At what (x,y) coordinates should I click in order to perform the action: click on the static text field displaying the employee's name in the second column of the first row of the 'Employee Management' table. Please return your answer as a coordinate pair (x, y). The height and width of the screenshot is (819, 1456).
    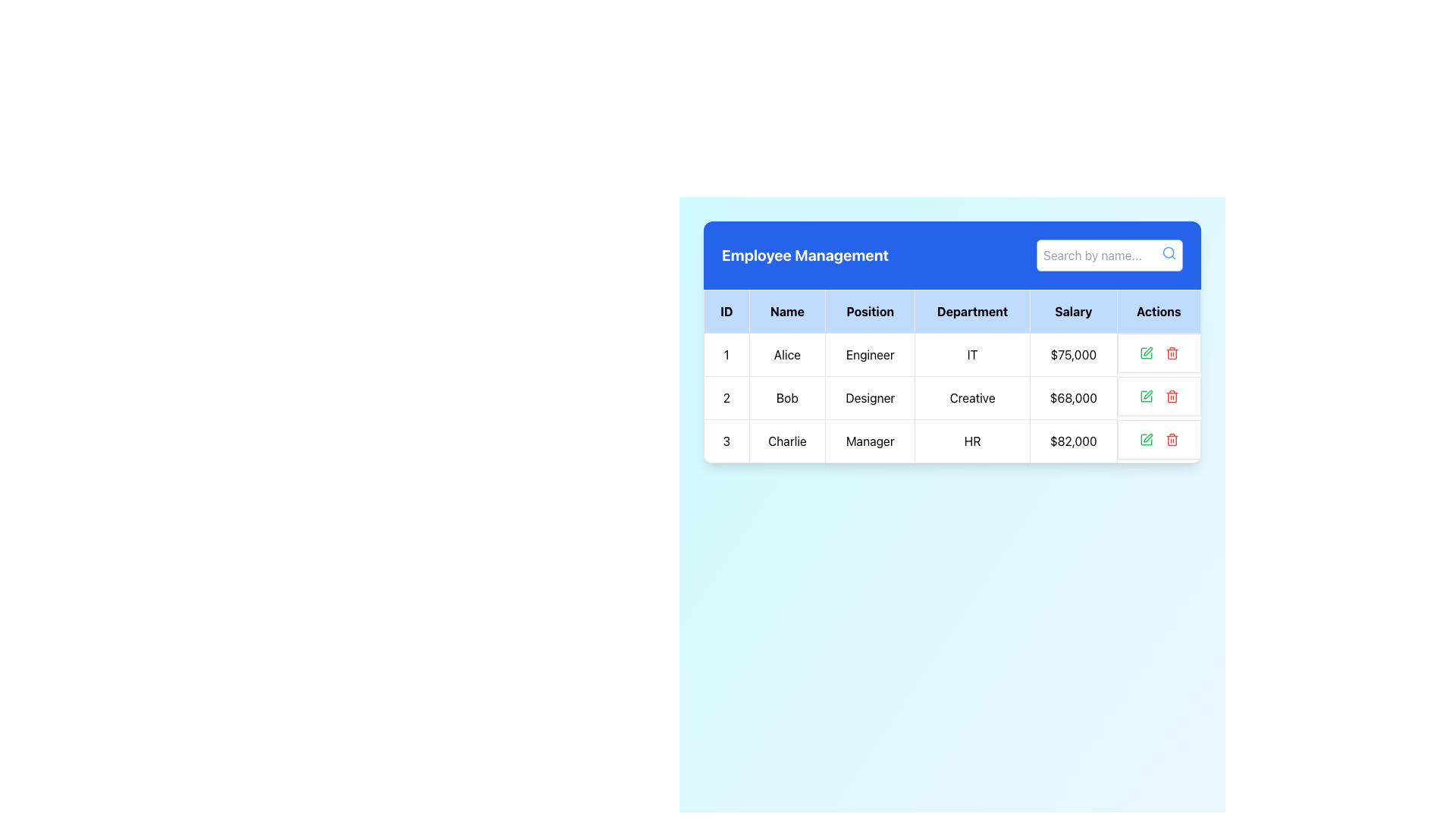
    Looking at the image, I should click on (787, 354).